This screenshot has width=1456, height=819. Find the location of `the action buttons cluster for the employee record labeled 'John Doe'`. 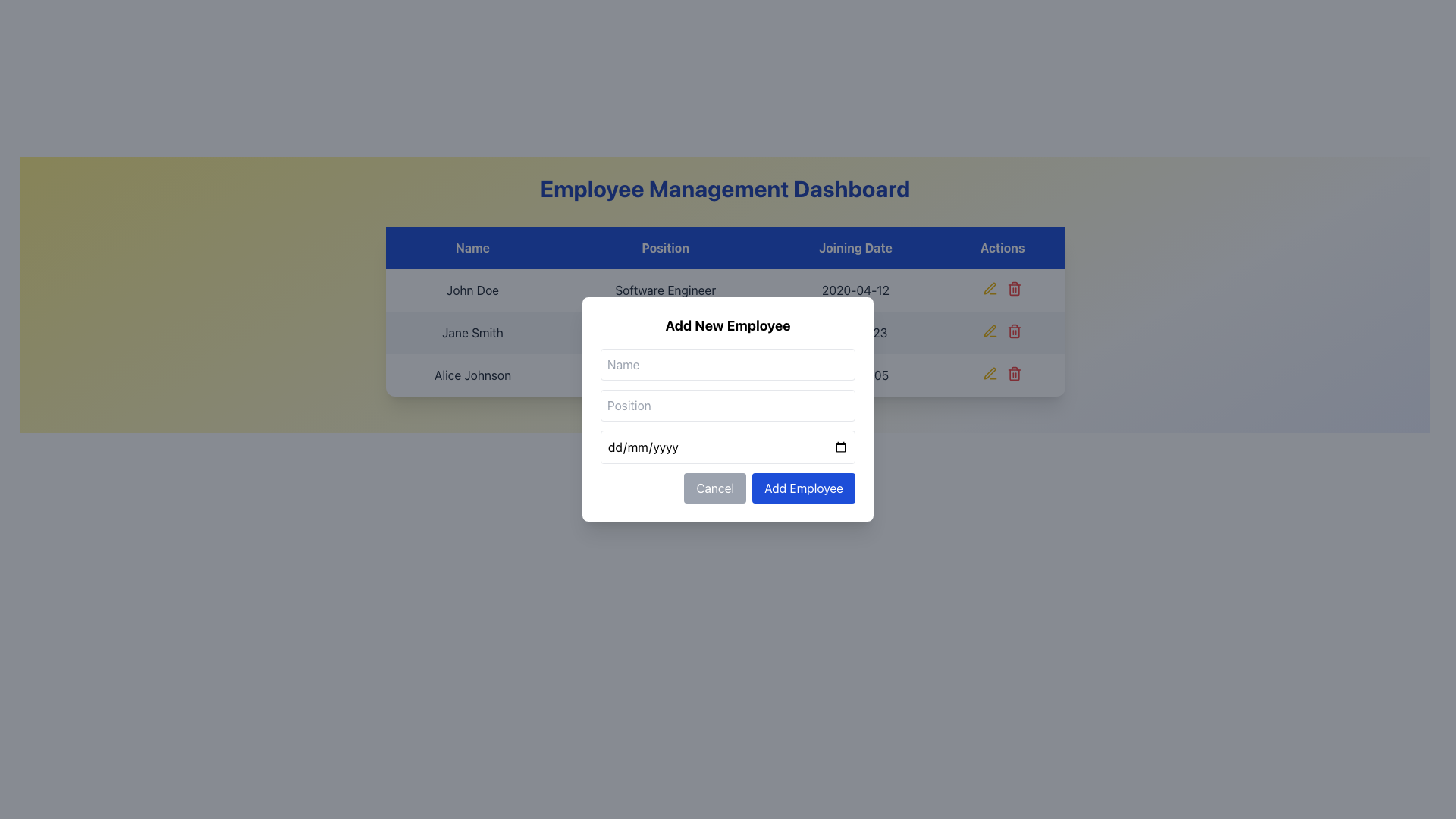

the action buttons cluster for the employee record labeled 'John Doe' is located at coordinates (1003, 289).